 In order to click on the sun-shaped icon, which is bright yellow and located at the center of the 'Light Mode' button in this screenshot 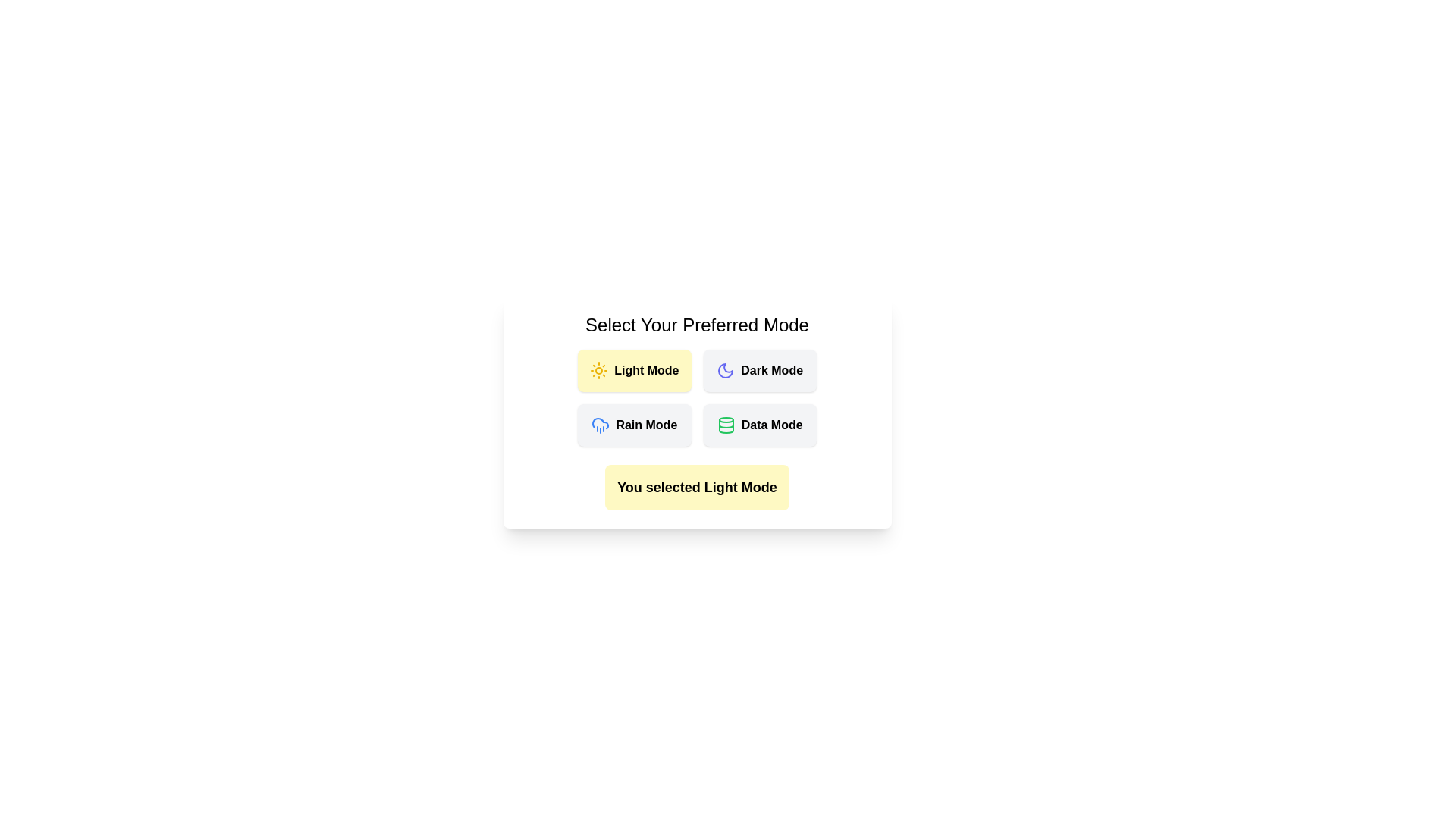, I will do `click(598, 371)`.